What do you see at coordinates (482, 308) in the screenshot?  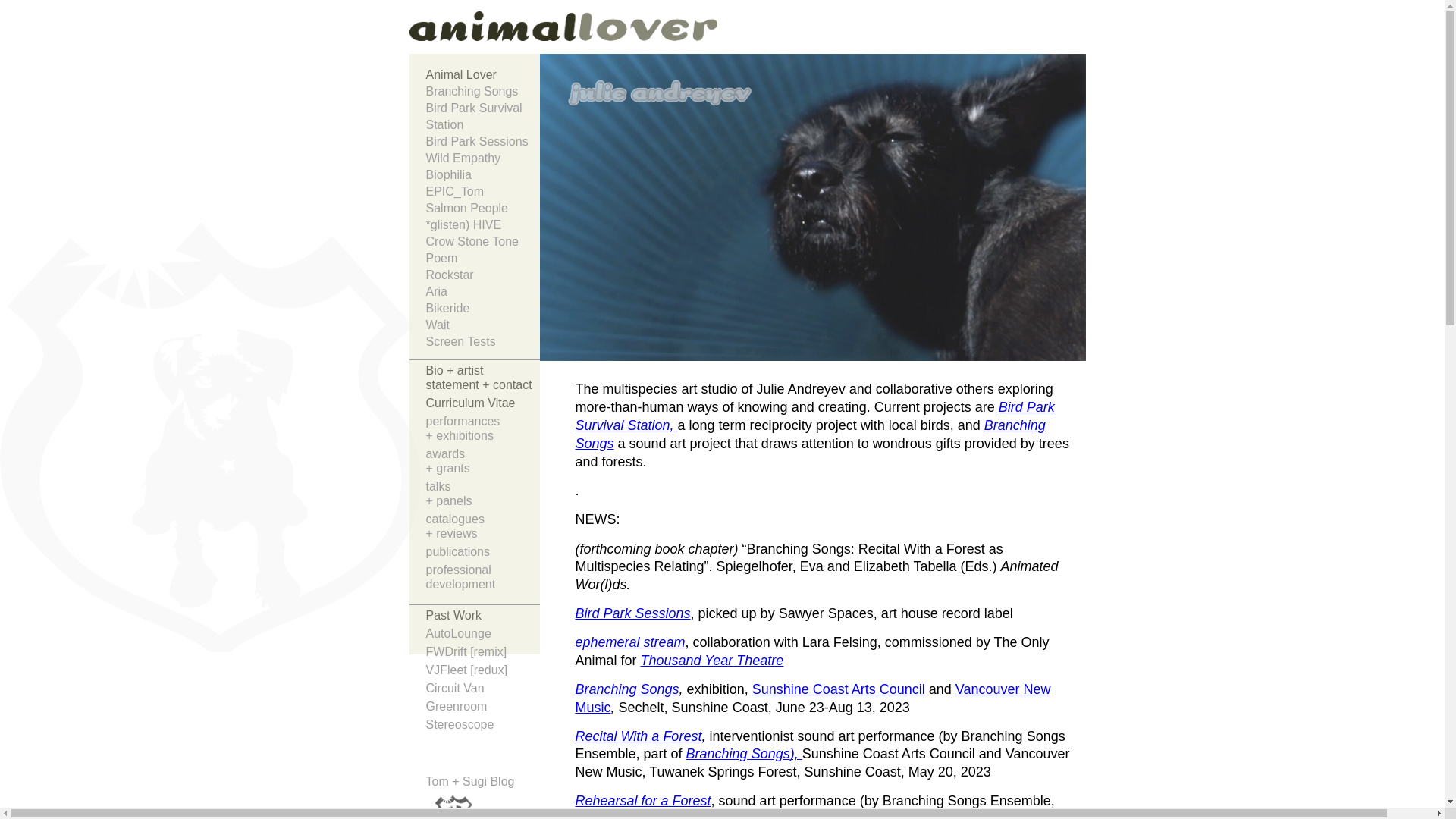 I see `'Bikeride'` at bounding box center [482, 308].